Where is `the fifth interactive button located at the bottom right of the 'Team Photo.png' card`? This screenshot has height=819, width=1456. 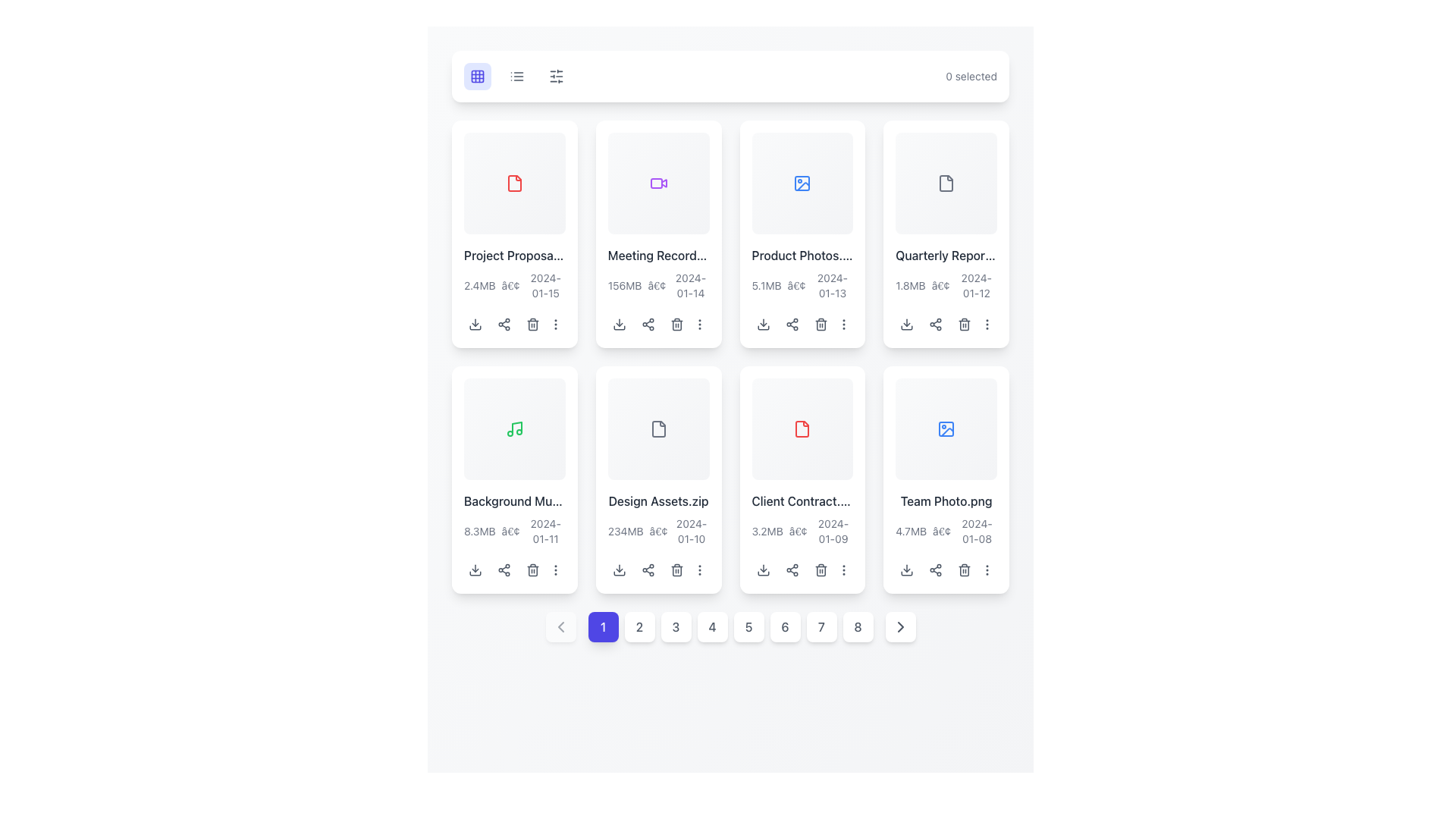 the fifth interactive button located at the bottom right of the 'Team Photo.png' card is located at coordinates (987, 570).